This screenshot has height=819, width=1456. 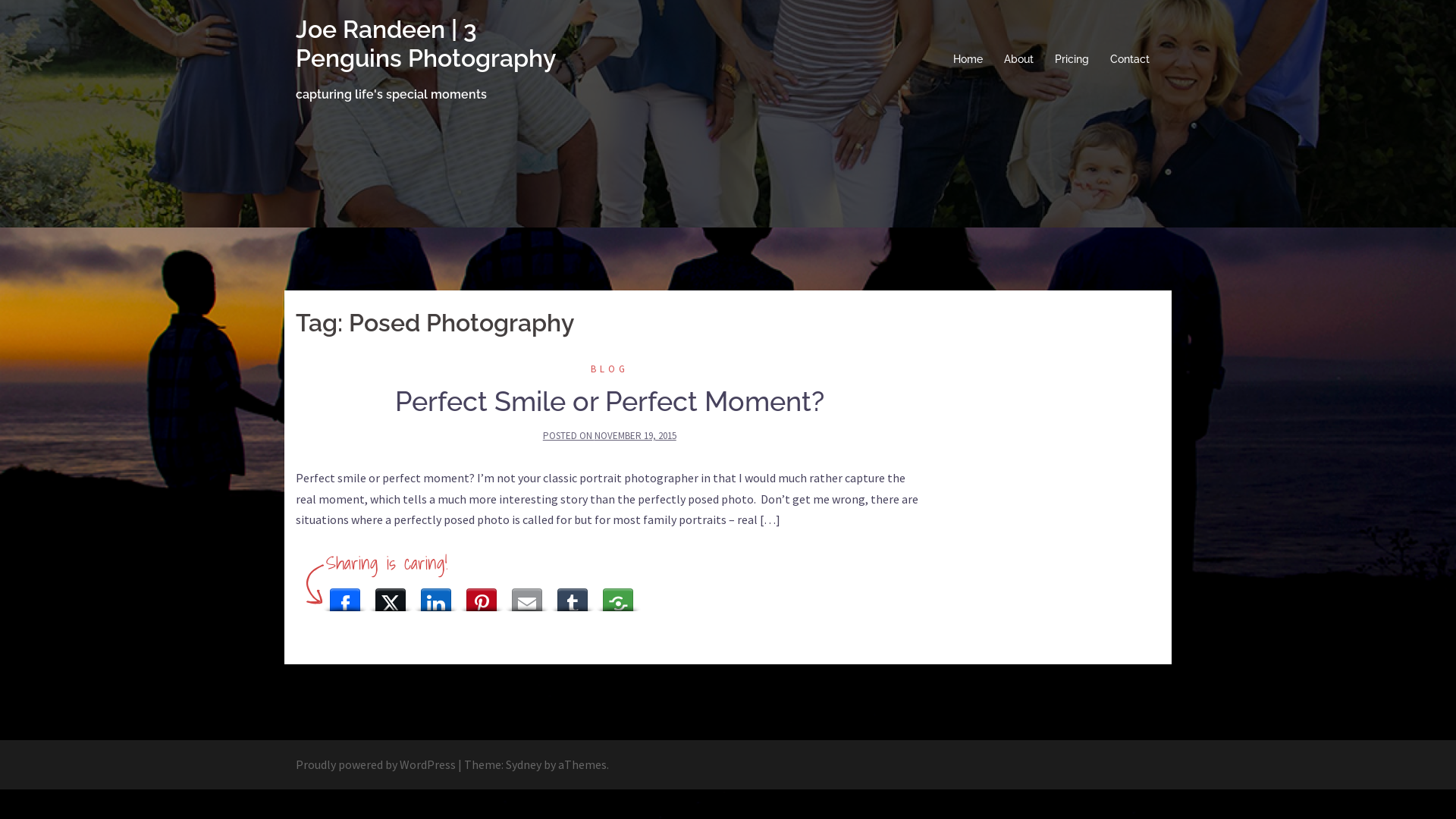 What do you see at coordinates (548, 595) in the screenshot?
I see `'Tumblr'` at bounding box center [548, 595].